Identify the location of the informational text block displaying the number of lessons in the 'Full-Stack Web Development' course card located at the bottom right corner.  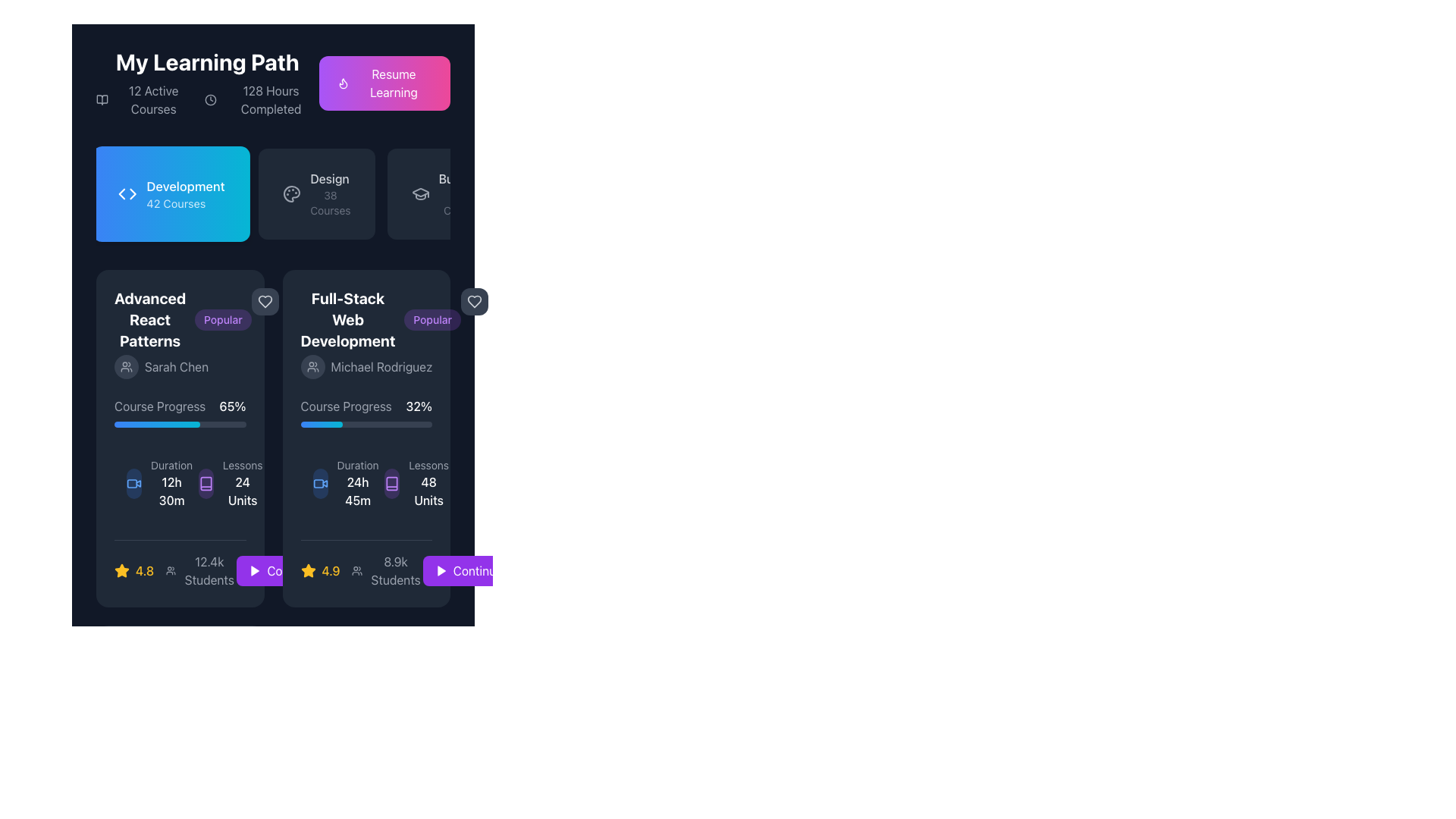
(428, 483).